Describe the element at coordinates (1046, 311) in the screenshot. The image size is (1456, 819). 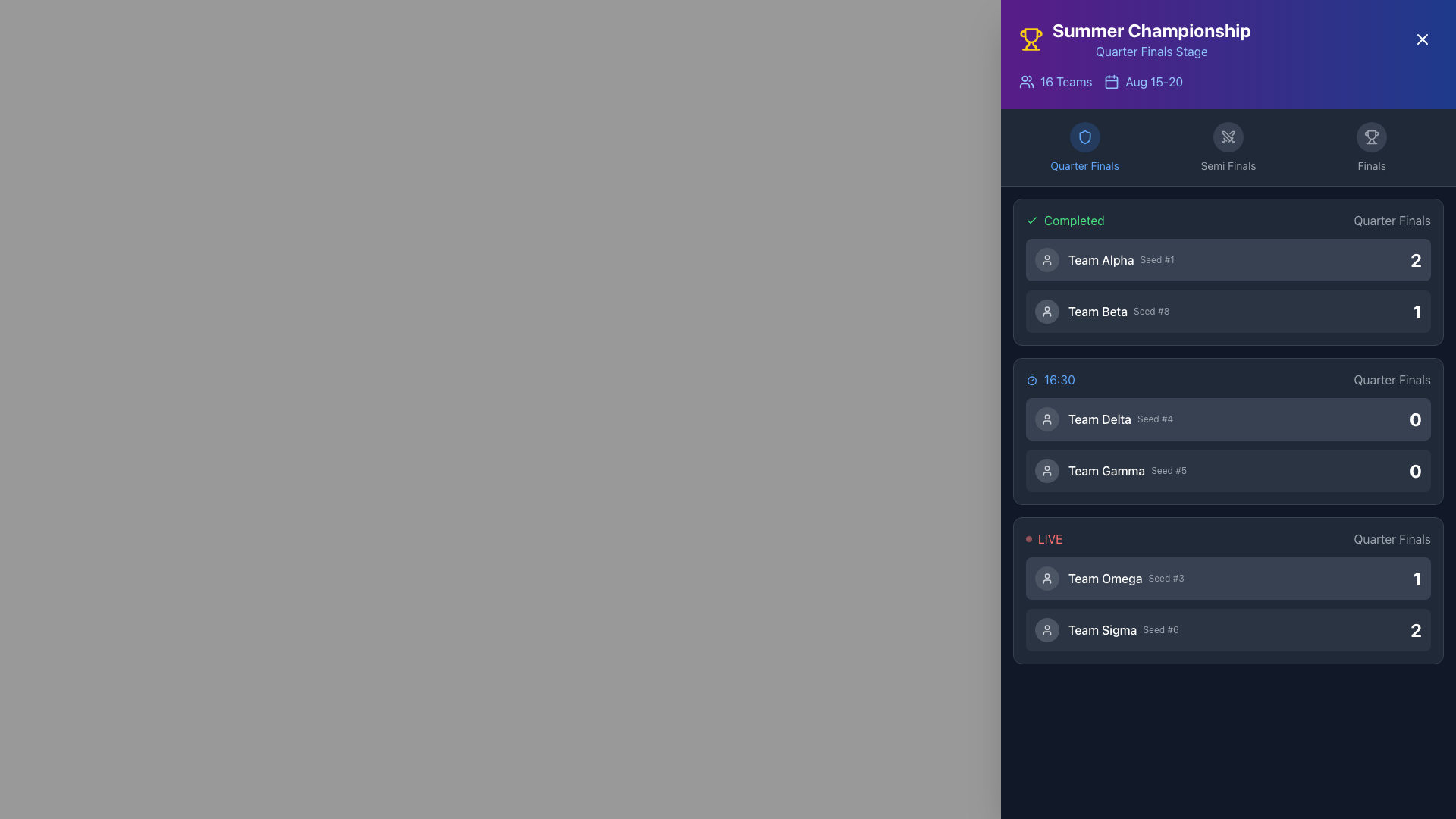
I see `the Profile Icon located to the left of 'Team Beta'` at that location.